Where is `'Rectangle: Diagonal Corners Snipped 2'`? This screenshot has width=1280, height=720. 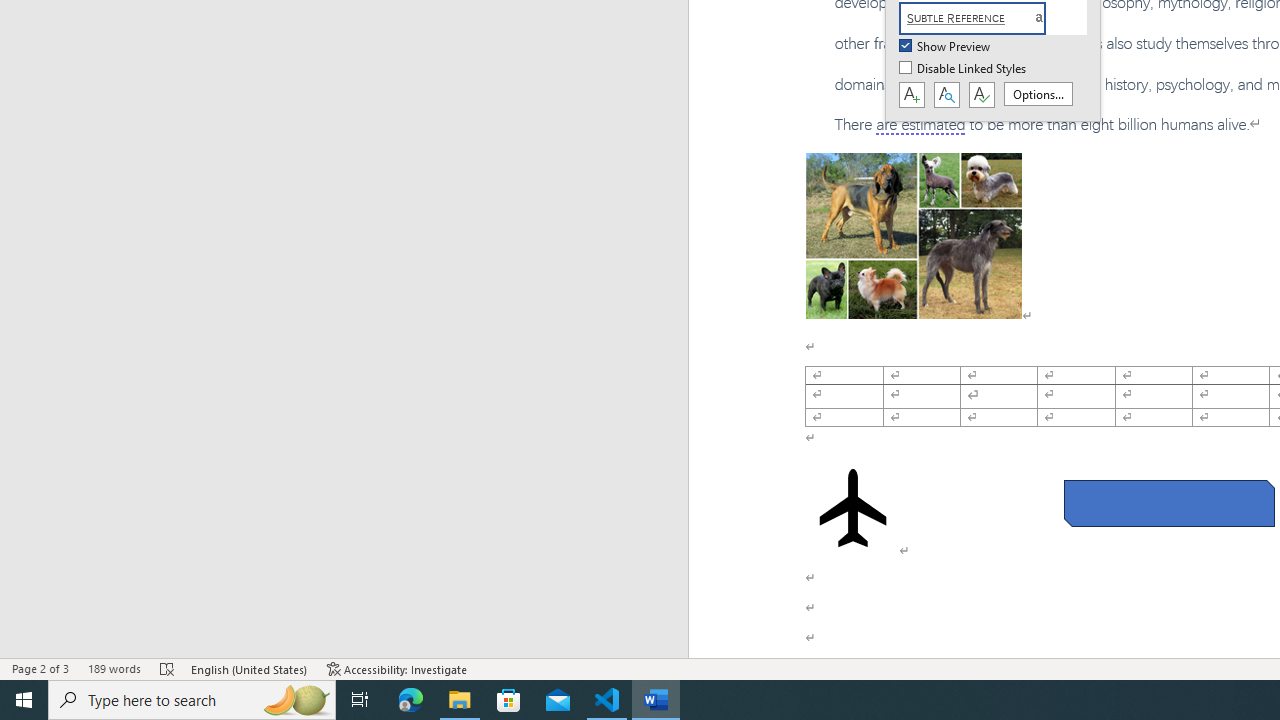
'Rectangle: Diagonal Corners Snipped 2' is located at coordinates (1169, 502).